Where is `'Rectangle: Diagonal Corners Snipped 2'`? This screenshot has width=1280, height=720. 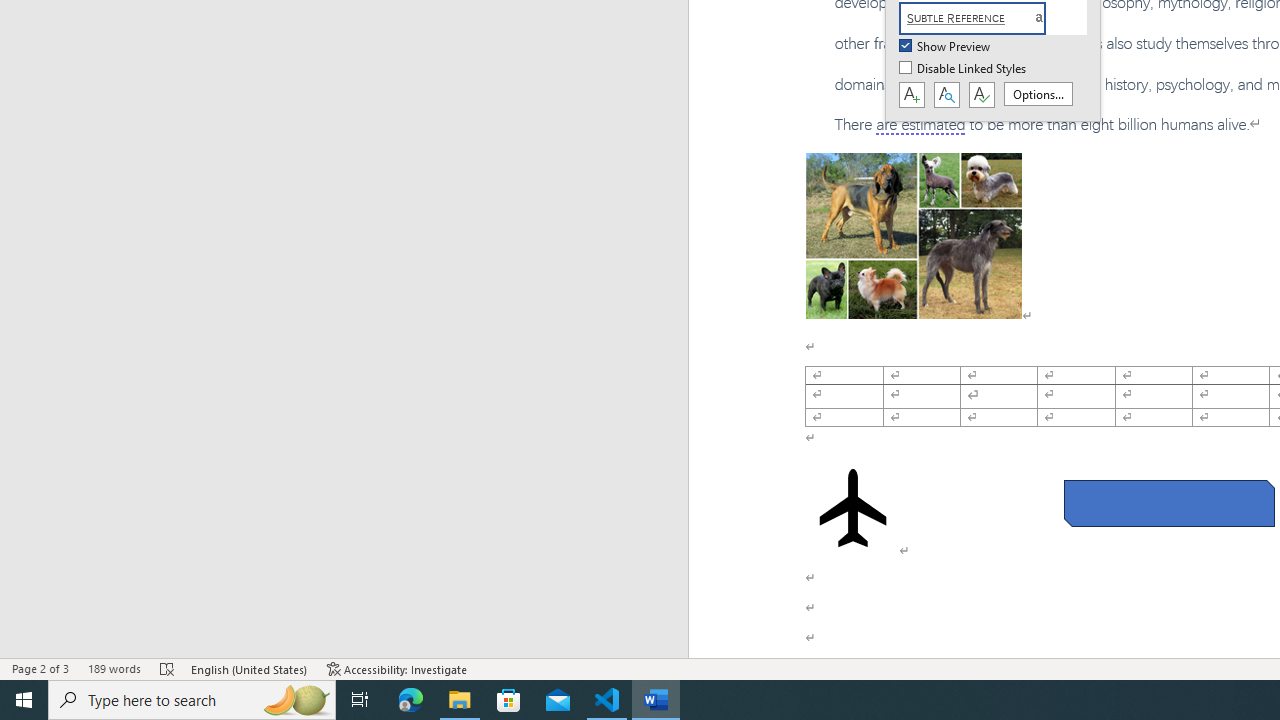
'Rectangle: Diagonal Corners Snipped 2' is located at coordinates (1169, 502).